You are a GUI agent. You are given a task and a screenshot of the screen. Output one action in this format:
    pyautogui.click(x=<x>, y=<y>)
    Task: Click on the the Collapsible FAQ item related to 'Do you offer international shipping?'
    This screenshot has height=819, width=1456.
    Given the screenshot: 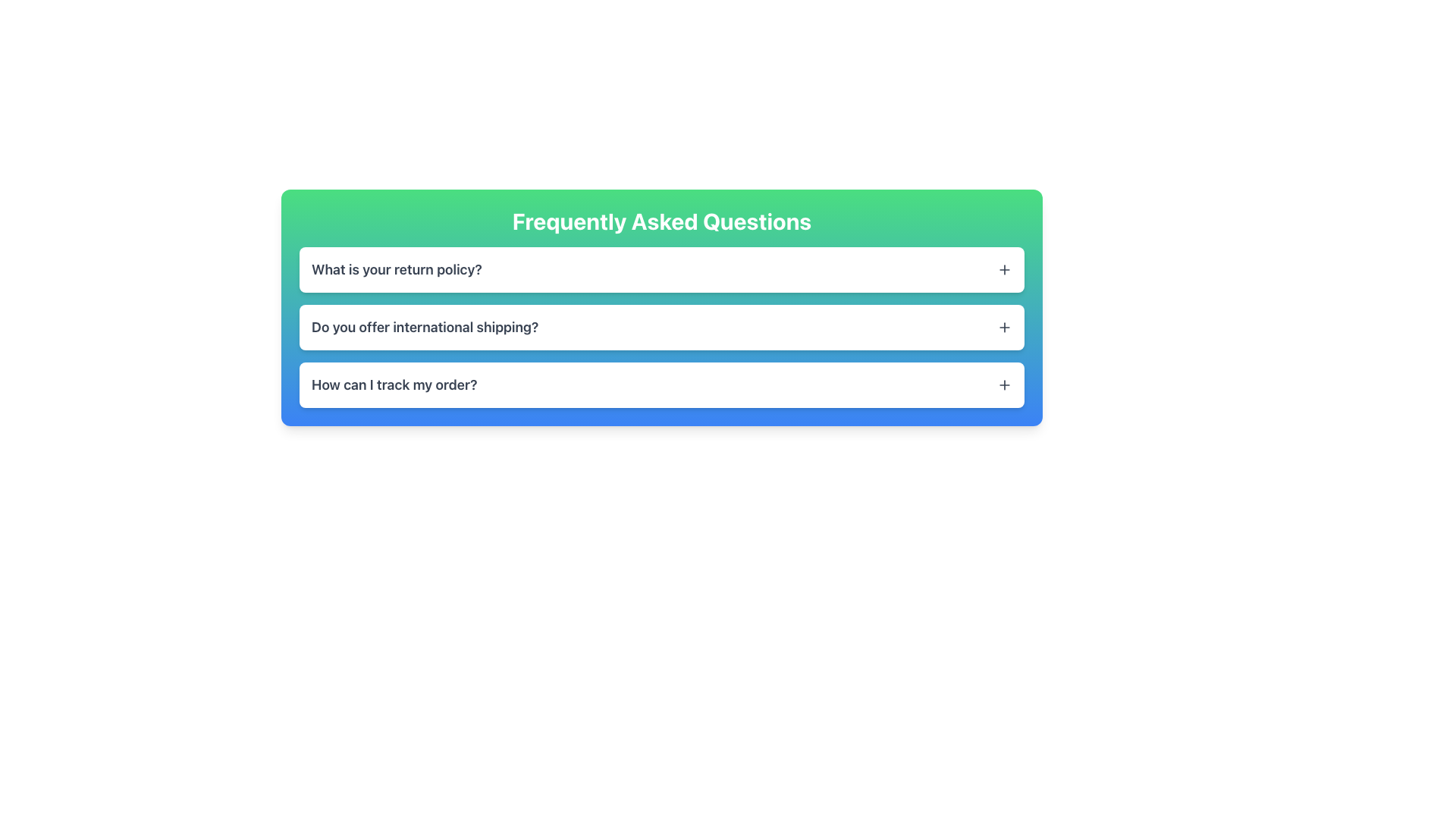 What is the action you would take?
    pyautogui.click(x=662, y=327)
    